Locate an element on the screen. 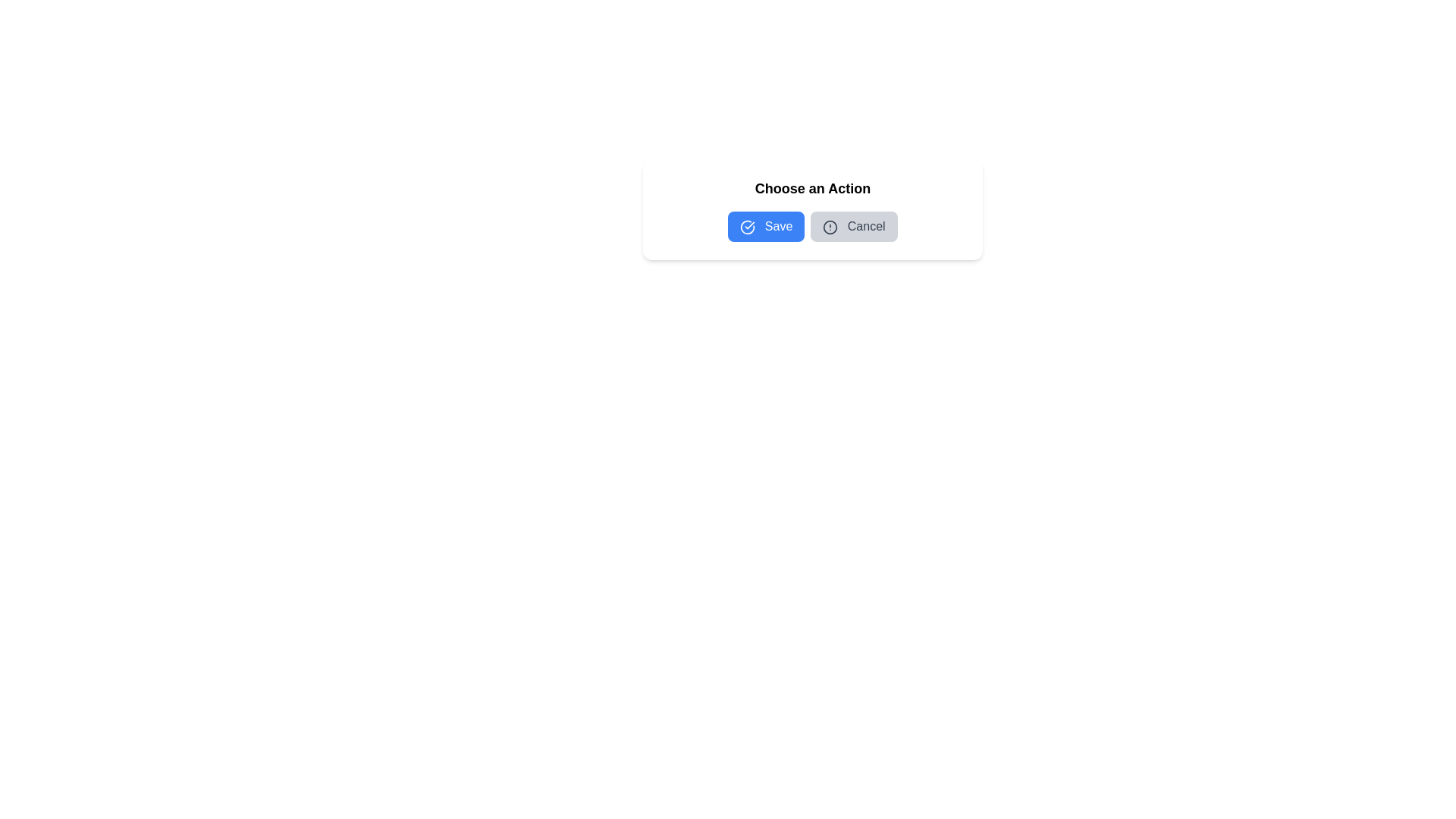 This screenshot has width=1456, height=819. the save button, which is the first button in the horizontal layout group located to the left of the gray 'Cancel' button is located at coordinates (766, 227).